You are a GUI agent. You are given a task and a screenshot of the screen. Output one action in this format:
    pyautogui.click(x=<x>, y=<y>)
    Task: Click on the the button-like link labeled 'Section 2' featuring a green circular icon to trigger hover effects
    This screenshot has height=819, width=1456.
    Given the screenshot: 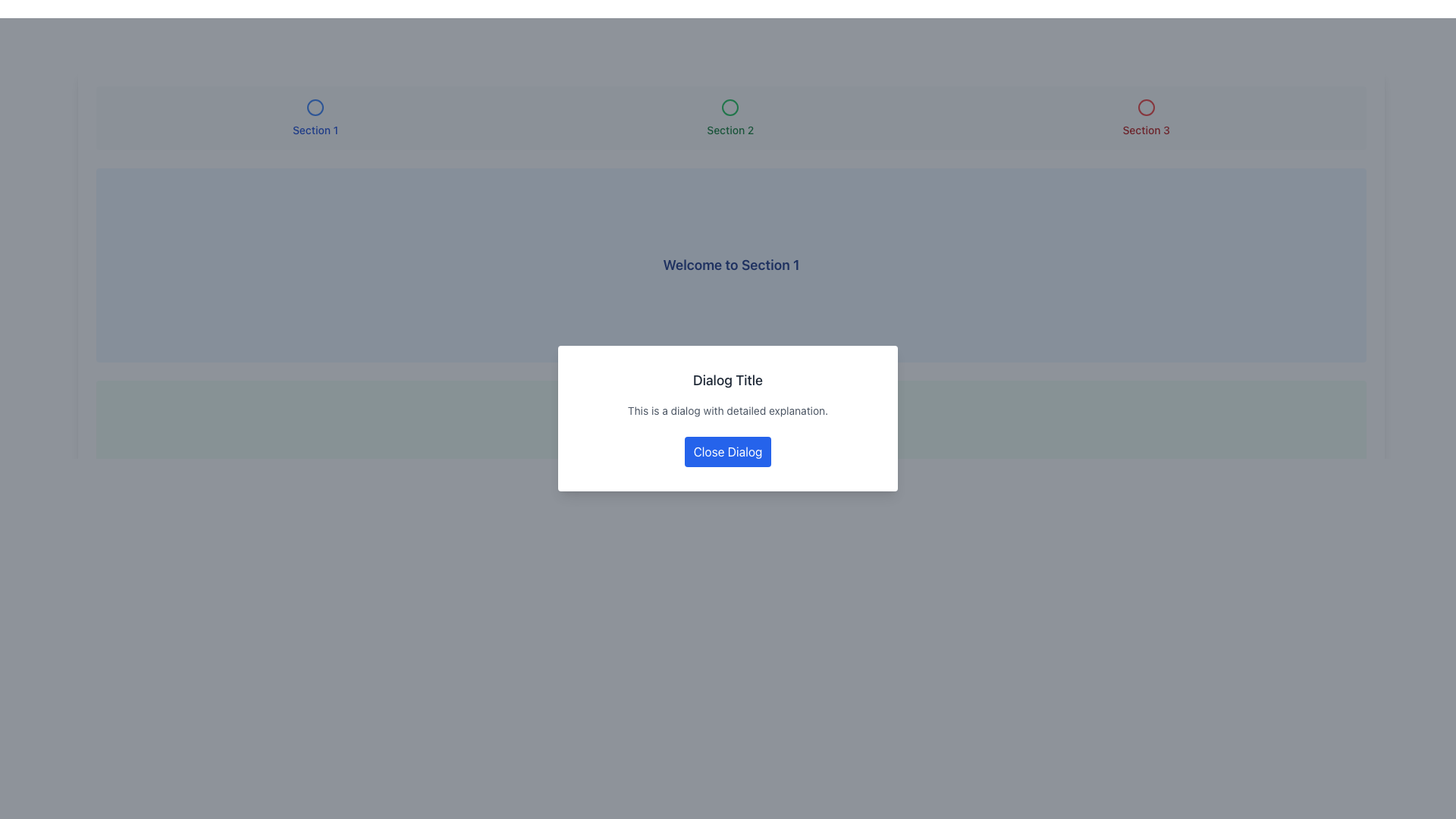 What is the action you would take?
    pyautogui.click(x=730, y=117)
    